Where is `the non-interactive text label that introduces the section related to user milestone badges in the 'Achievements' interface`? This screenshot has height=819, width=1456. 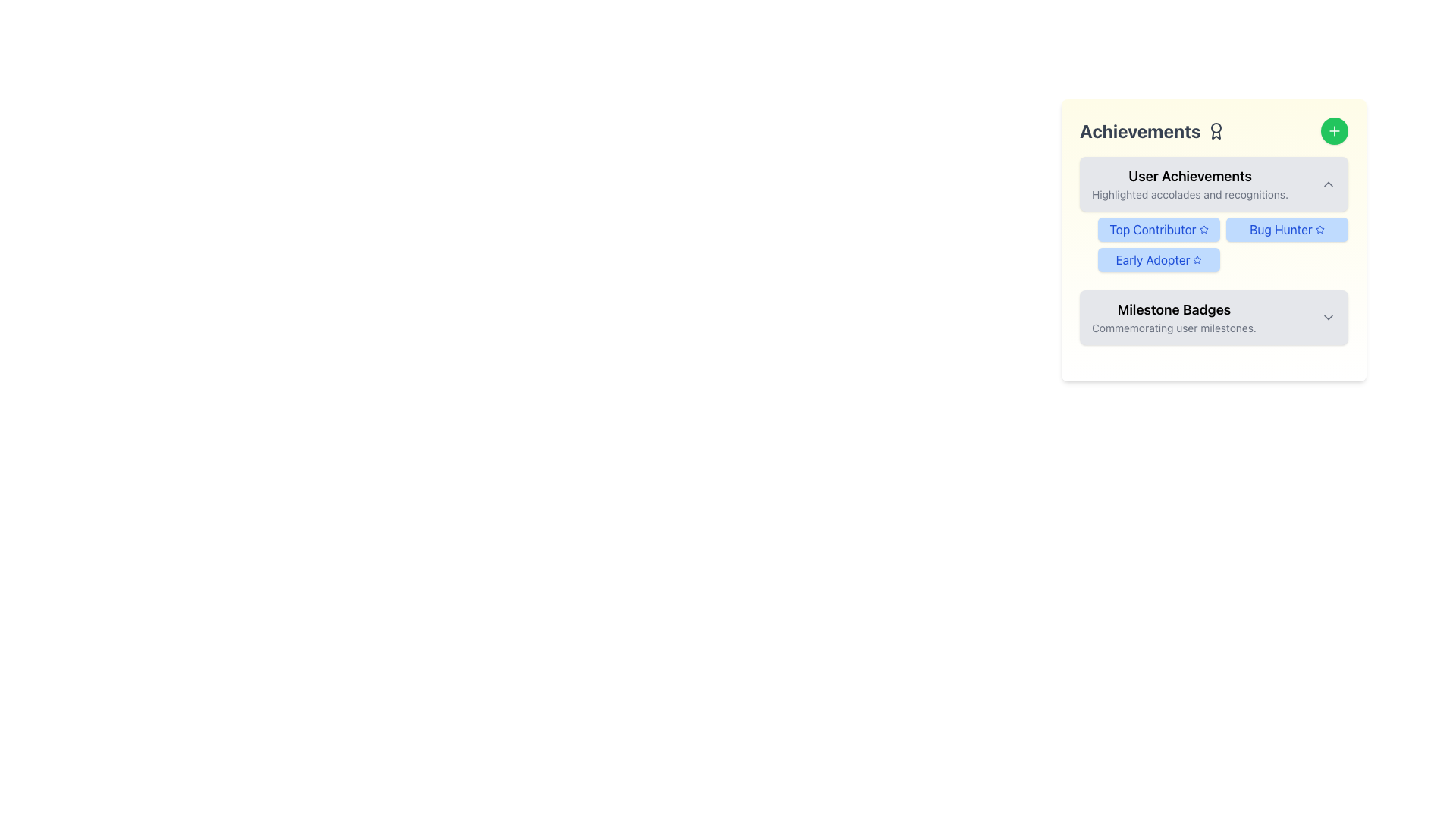 the non-interactive text label that introduces the section related to user milestone badges in the 'Achievements' interface is located at coordinates (1173, 309).